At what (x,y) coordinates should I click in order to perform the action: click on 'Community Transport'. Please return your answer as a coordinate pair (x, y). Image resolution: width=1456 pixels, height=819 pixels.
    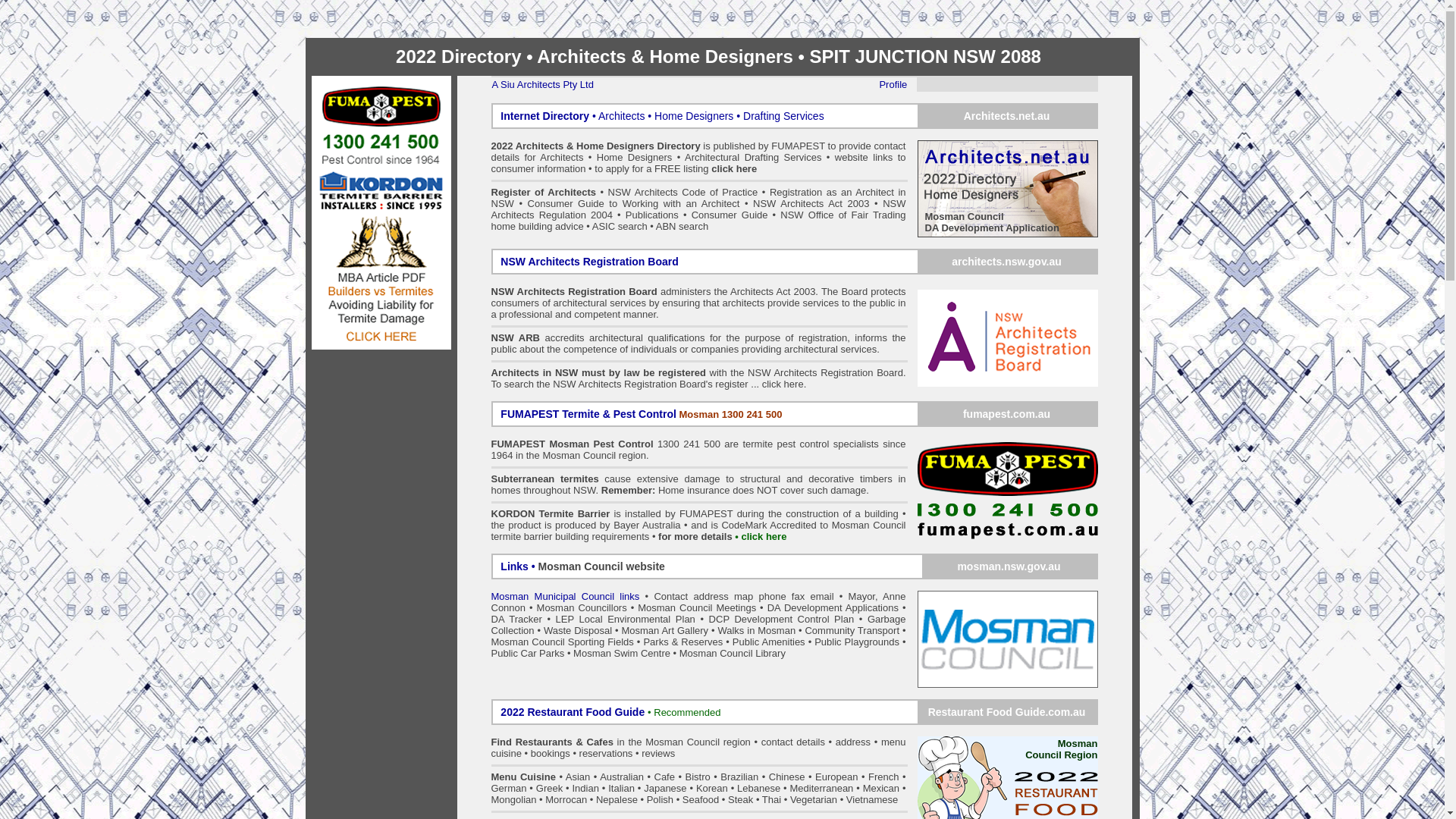
    Looking at the image, I should click on (803, 630).